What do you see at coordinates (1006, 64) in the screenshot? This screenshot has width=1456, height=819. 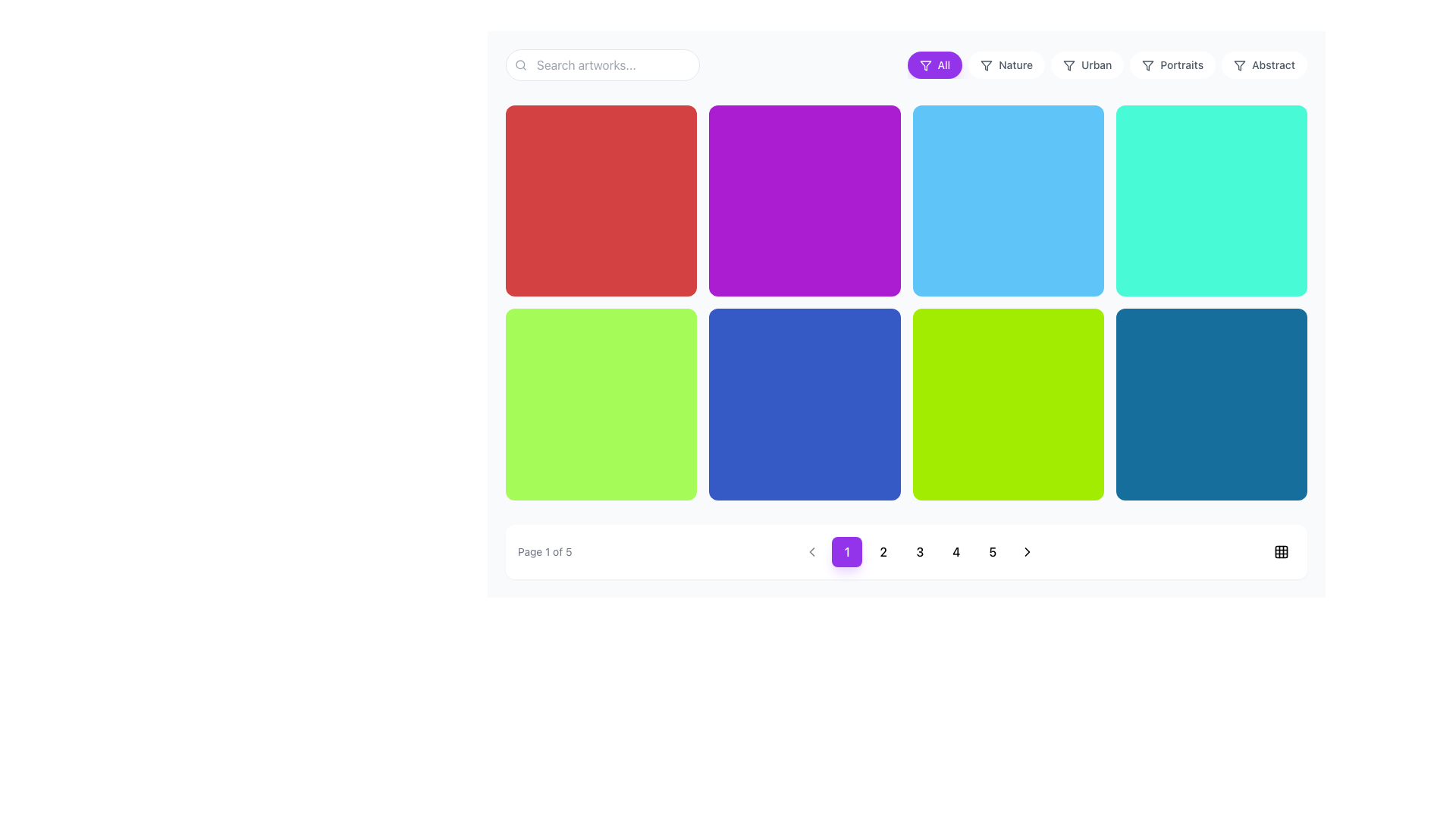 I see `the 'Nature' category filter button, which is the second button in a horizontal list between 'All' and 'Urban'` at bounding box center [1006, 64].